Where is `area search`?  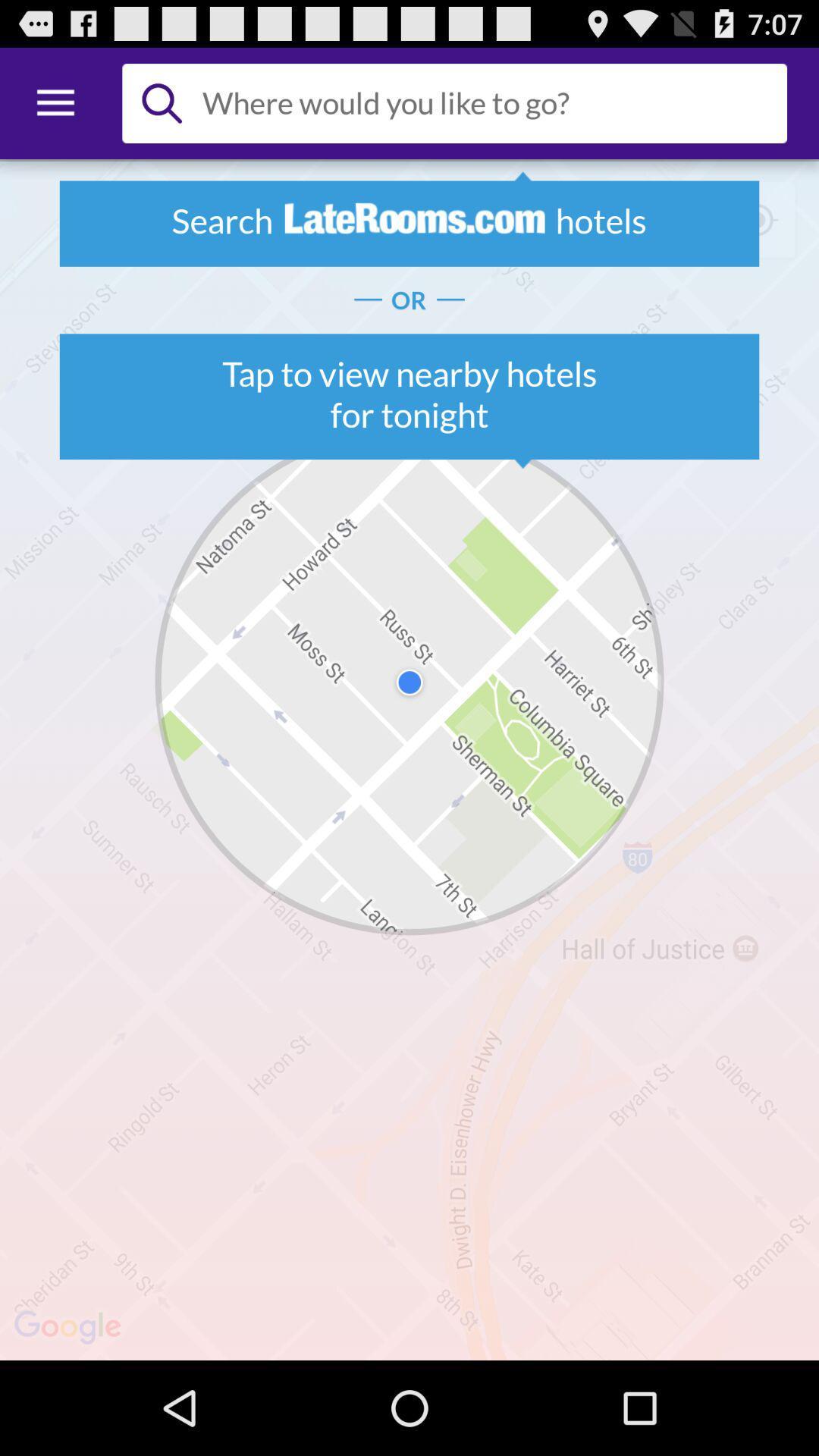 area search is located at coordinates (488, 102).